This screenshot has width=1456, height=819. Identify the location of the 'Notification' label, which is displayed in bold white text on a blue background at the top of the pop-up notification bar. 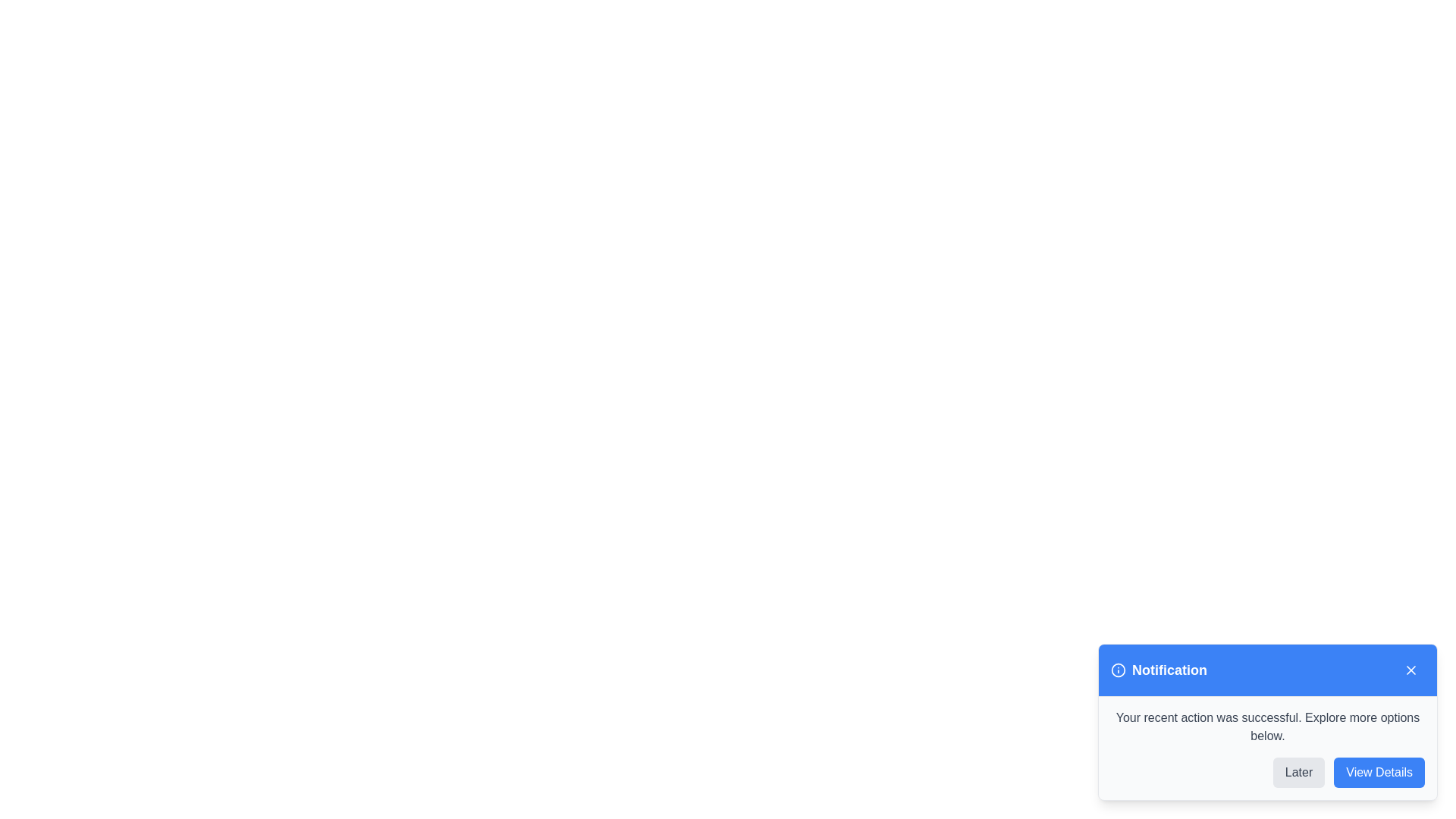
(1169, 669).